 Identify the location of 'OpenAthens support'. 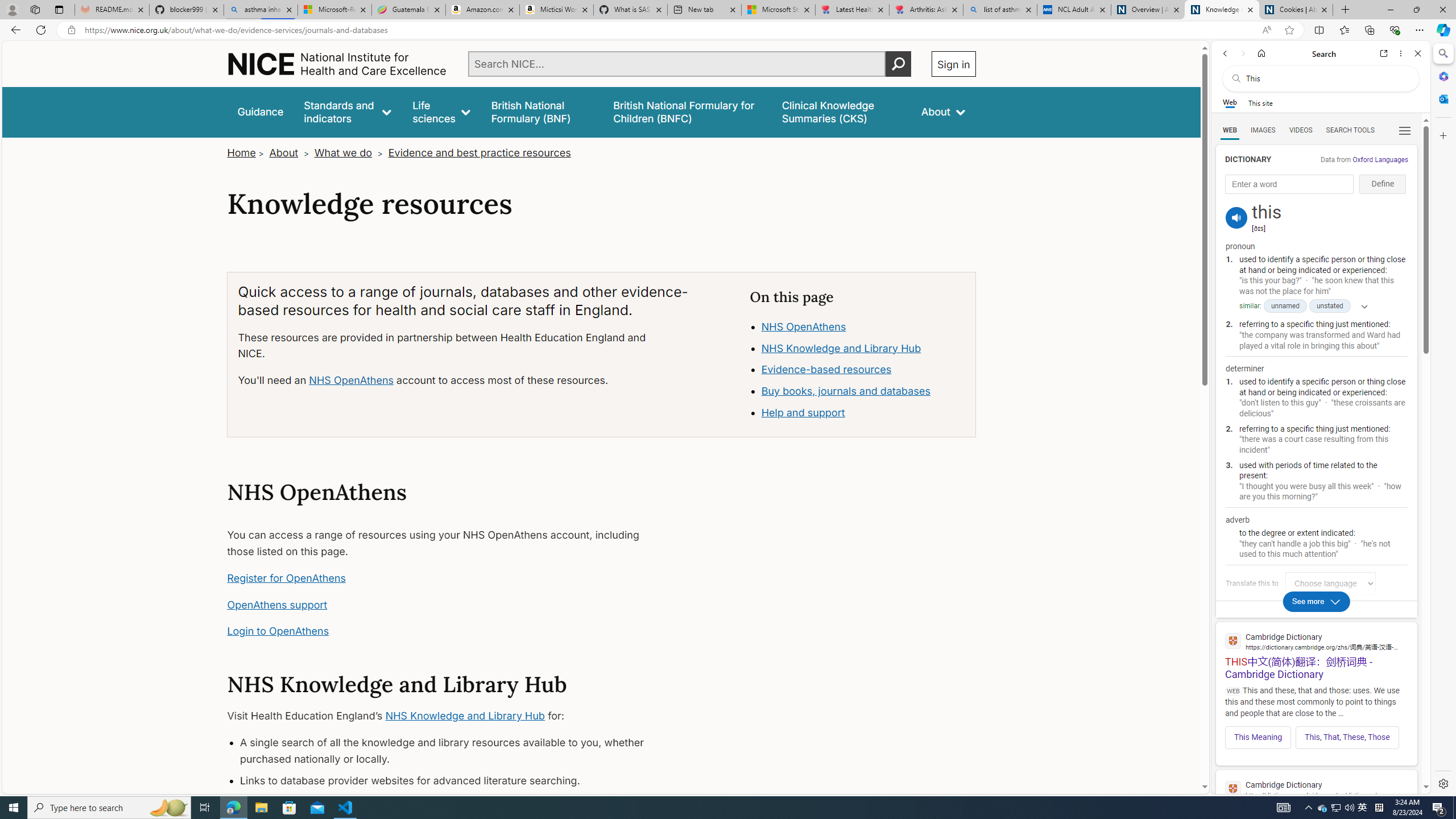
(276, 604).